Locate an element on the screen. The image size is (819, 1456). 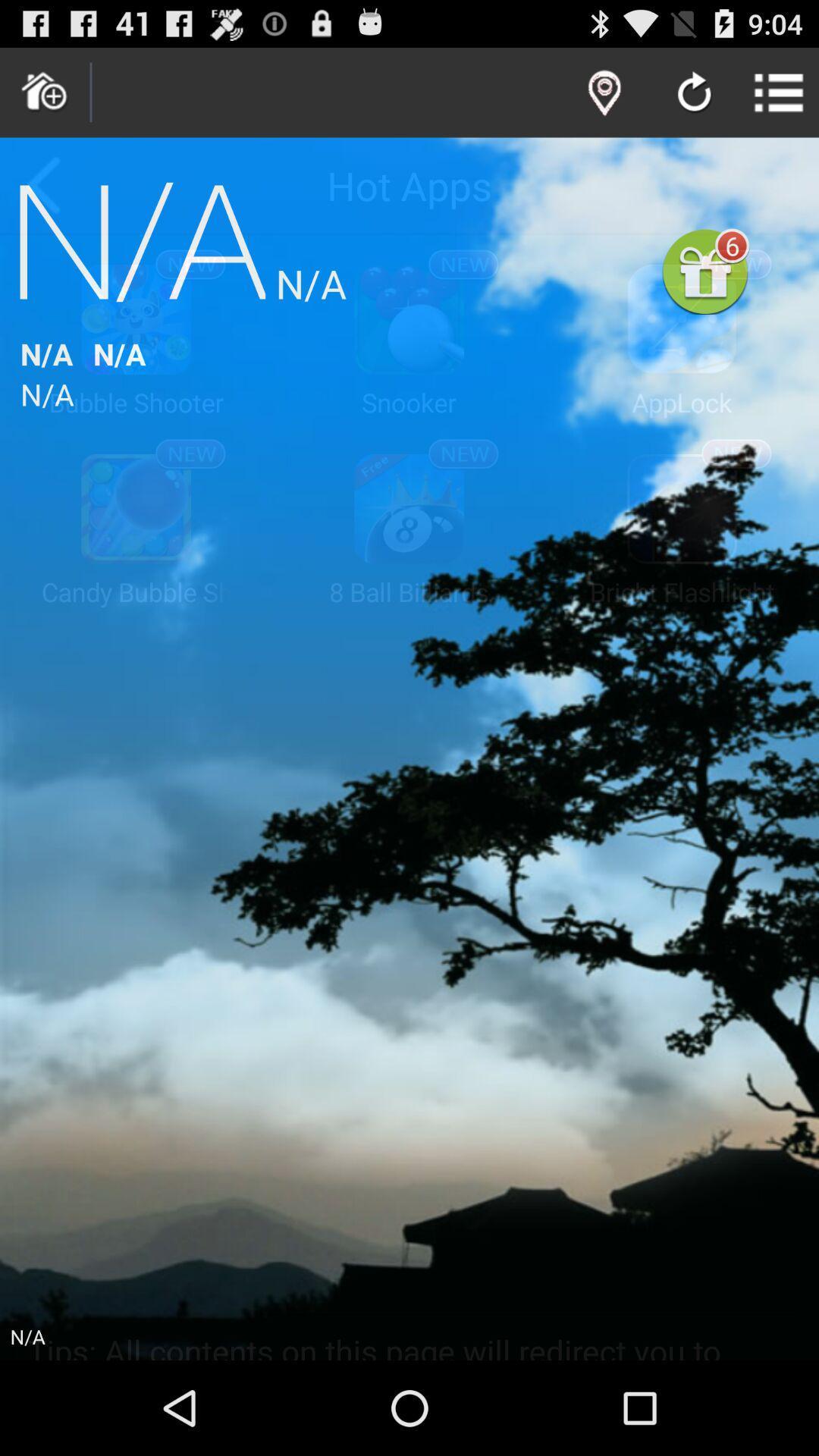
return to the hime screen is located at coordinates (44, 92).